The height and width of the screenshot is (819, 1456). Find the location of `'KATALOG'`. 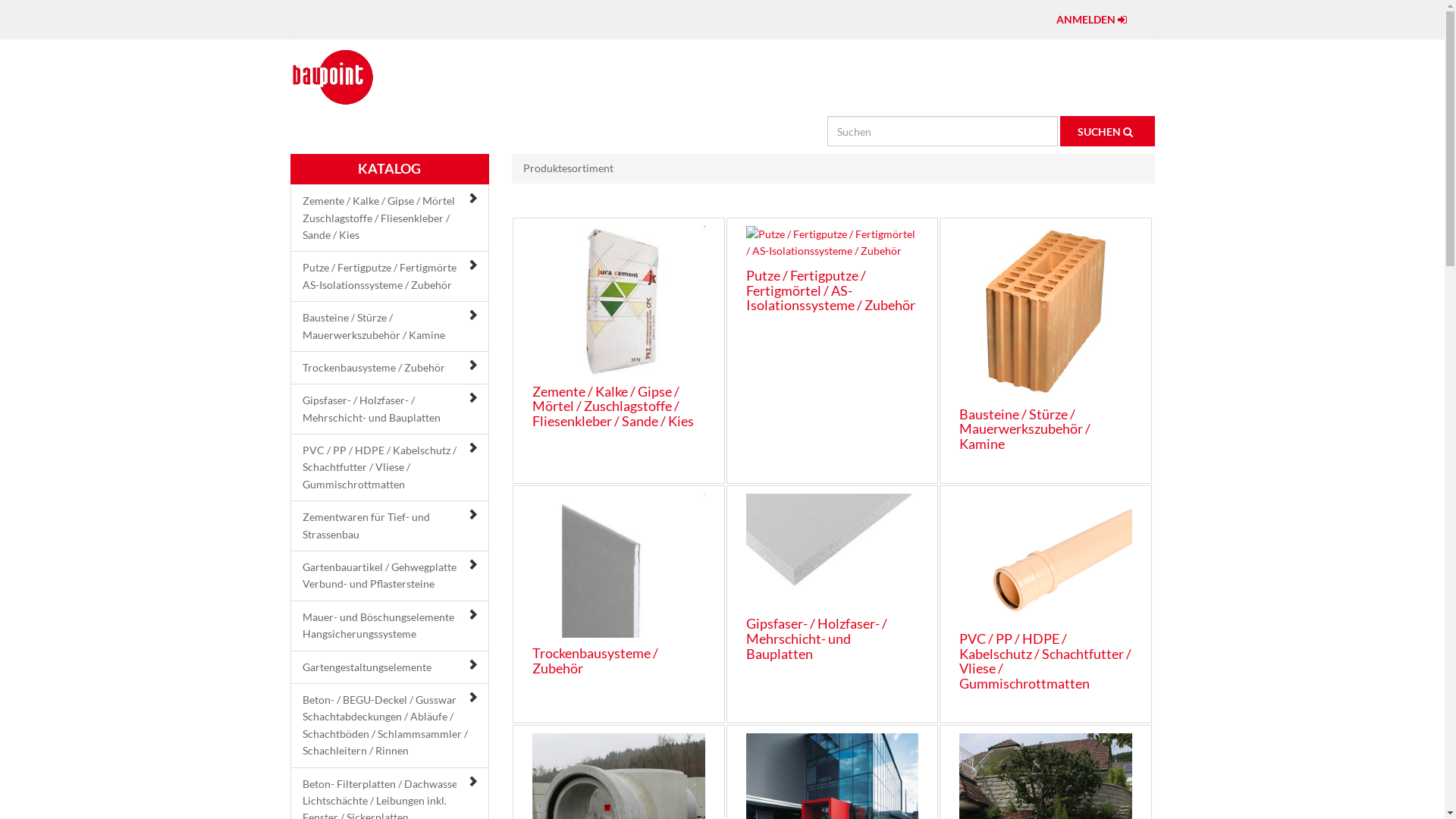

'KATALOG' is located at coordinates (389, 169).